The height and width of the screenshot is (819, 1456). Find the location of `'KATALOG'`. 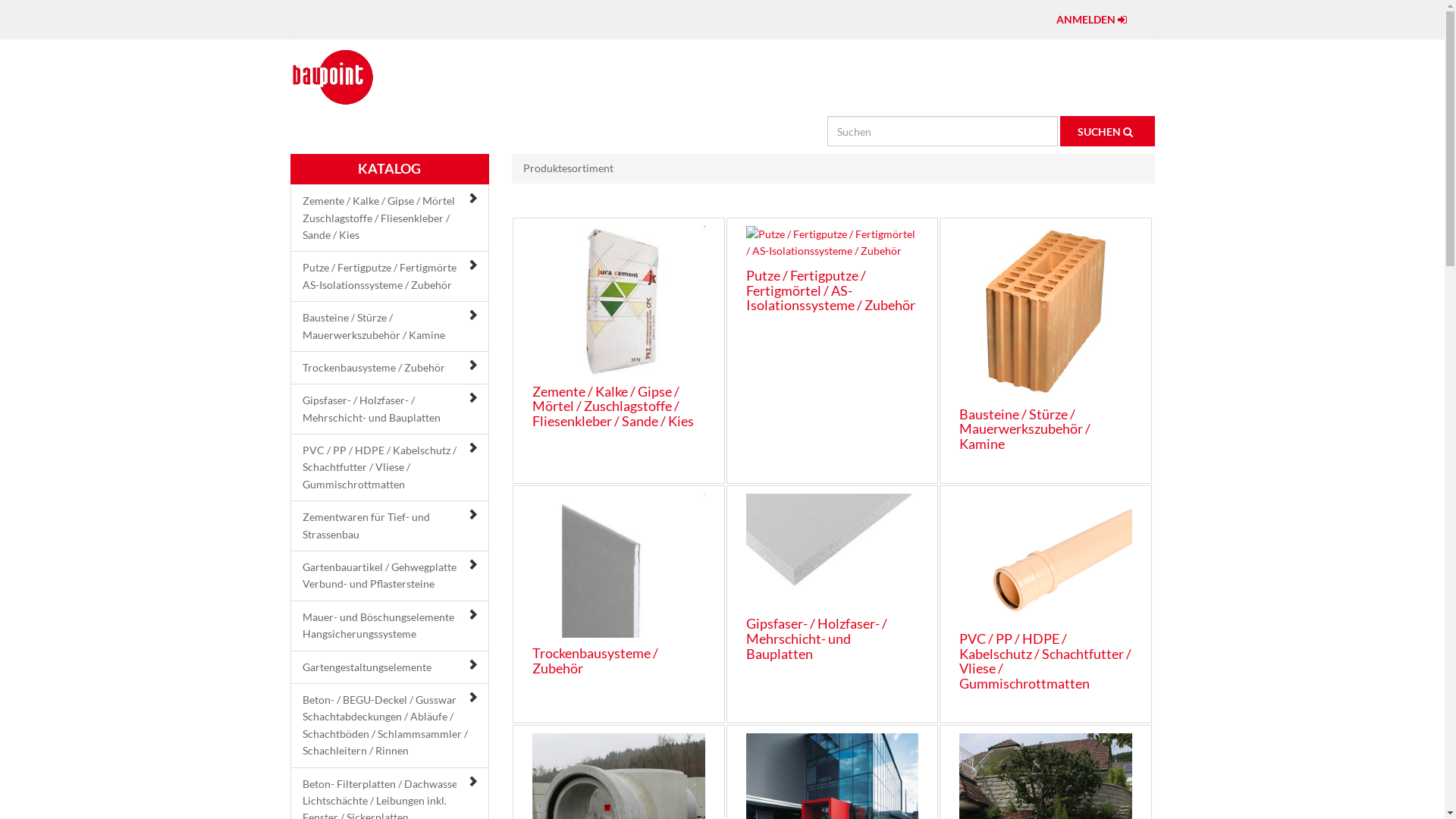

'KATALOG' is located at coordinates (389, 169).